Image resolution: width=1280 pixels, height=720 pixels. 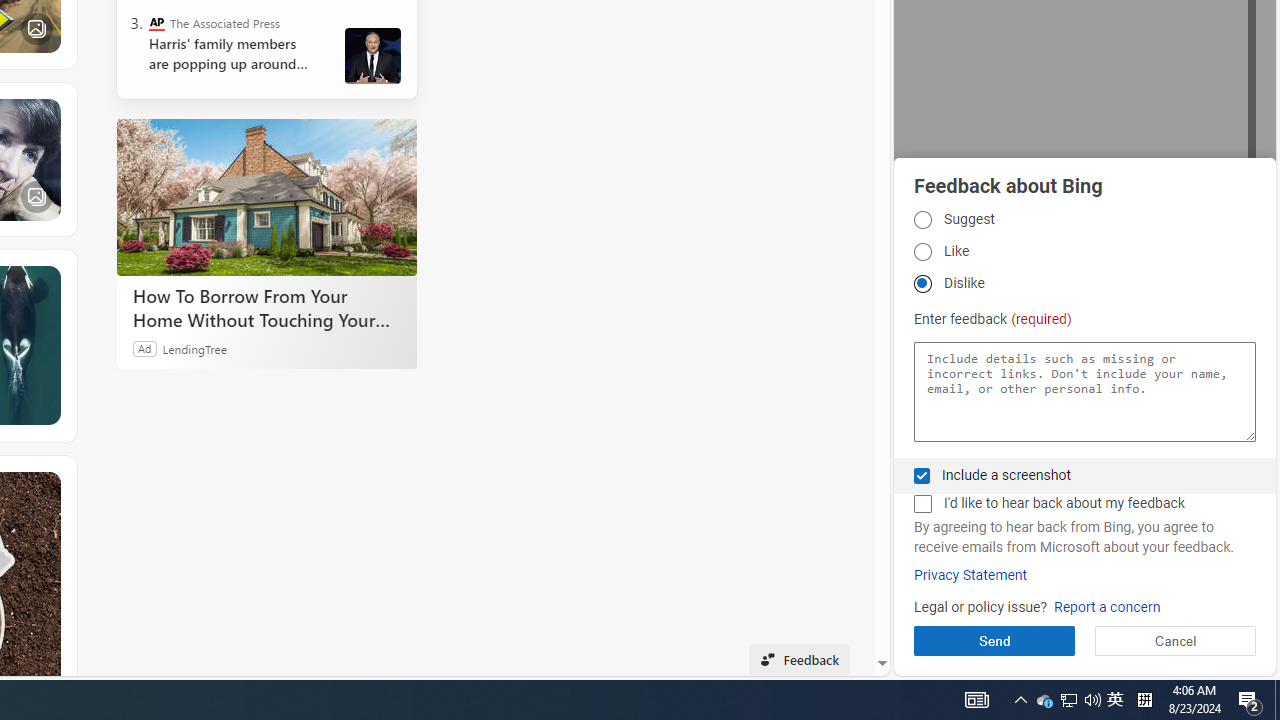 I want to click on 'Like Like', so click(x=921, y=250).